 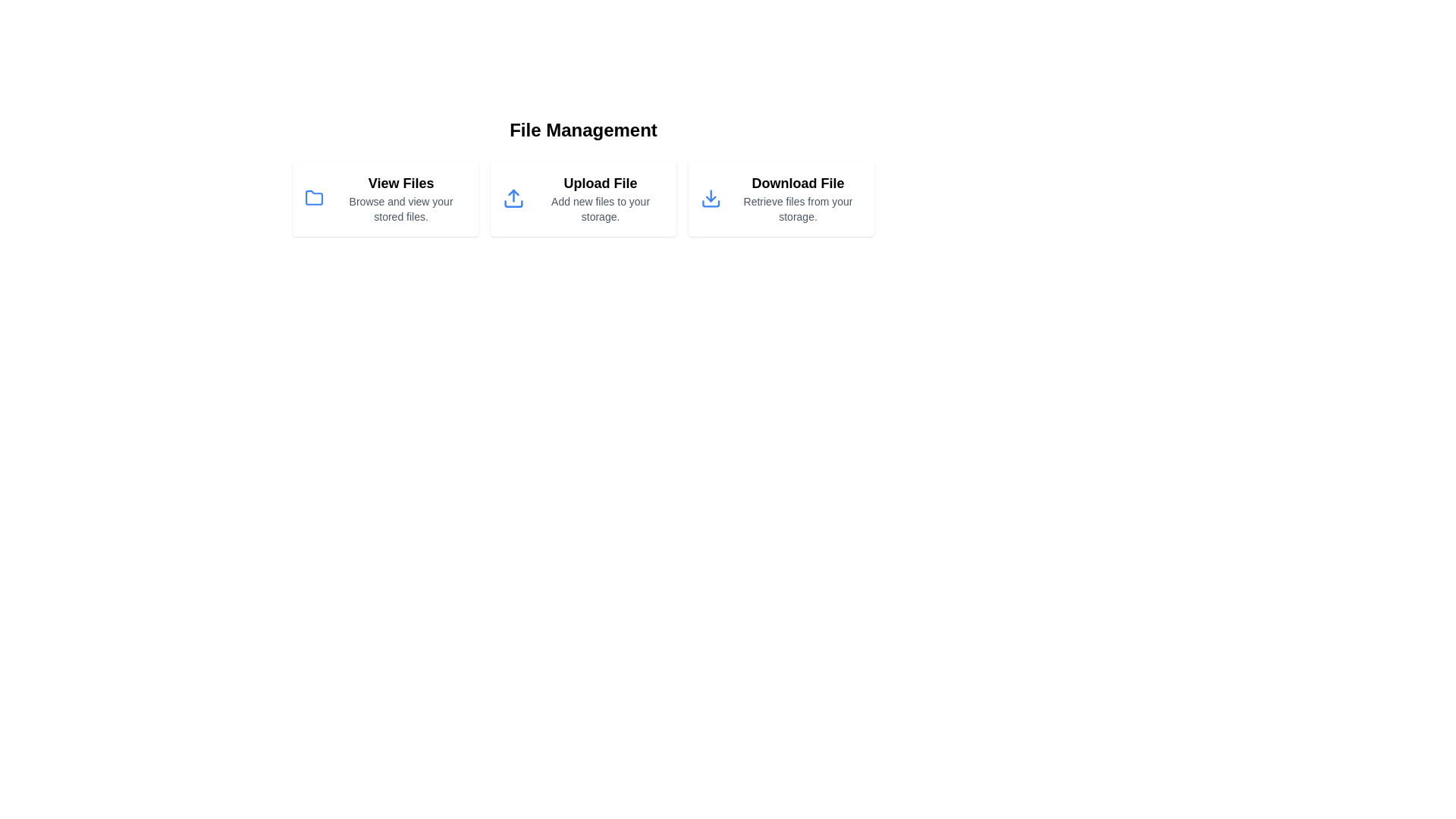 I want to click on the text label indicating the heading 'Upload File', which is styled with a large, bold font and is located in the middle panel of a three-panel layout, so click(x=600, y=183).